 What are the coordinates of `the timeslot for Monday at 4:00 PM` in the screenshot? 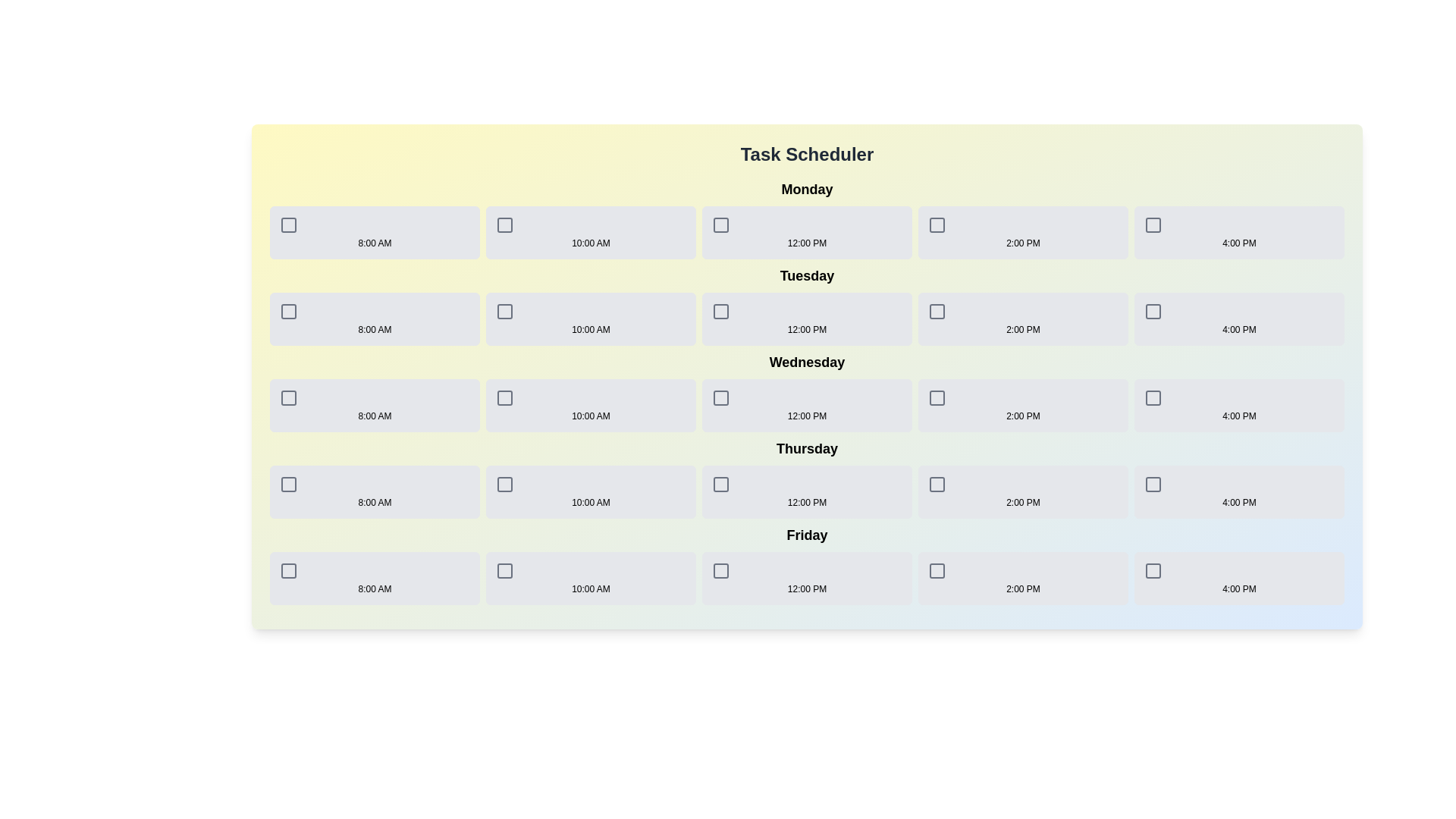 It's located at (1239, 233).